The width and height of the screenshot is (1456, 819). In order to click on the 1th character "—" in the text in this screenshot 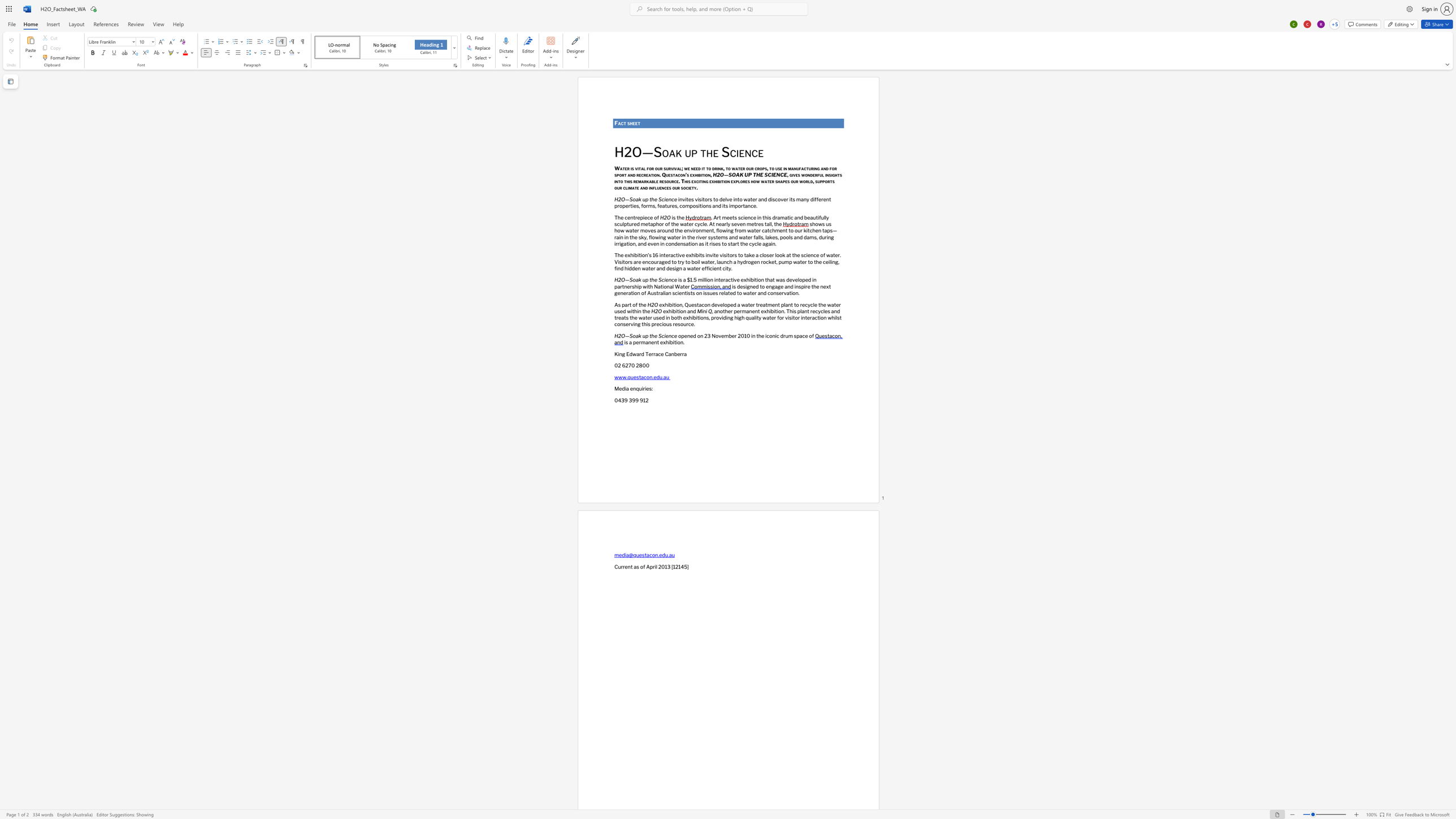, I will do `click(627, 279)`.